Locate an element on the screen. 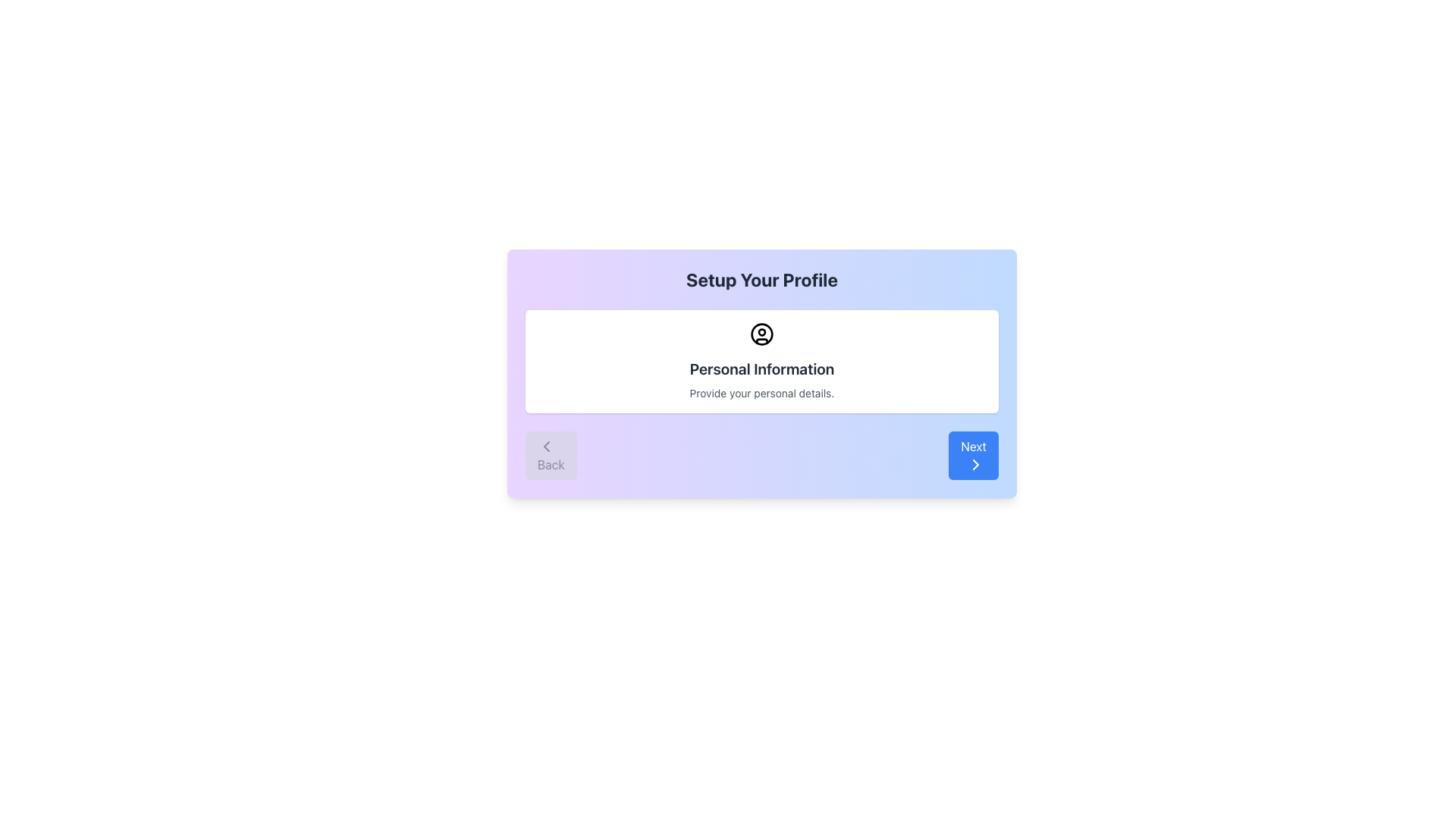 This screenshot has height=819, width=1456. the largest SVG circle in the user avatar icon located centrally in the 'Setup Your Profile' card section is located at coordinates (761, 333).